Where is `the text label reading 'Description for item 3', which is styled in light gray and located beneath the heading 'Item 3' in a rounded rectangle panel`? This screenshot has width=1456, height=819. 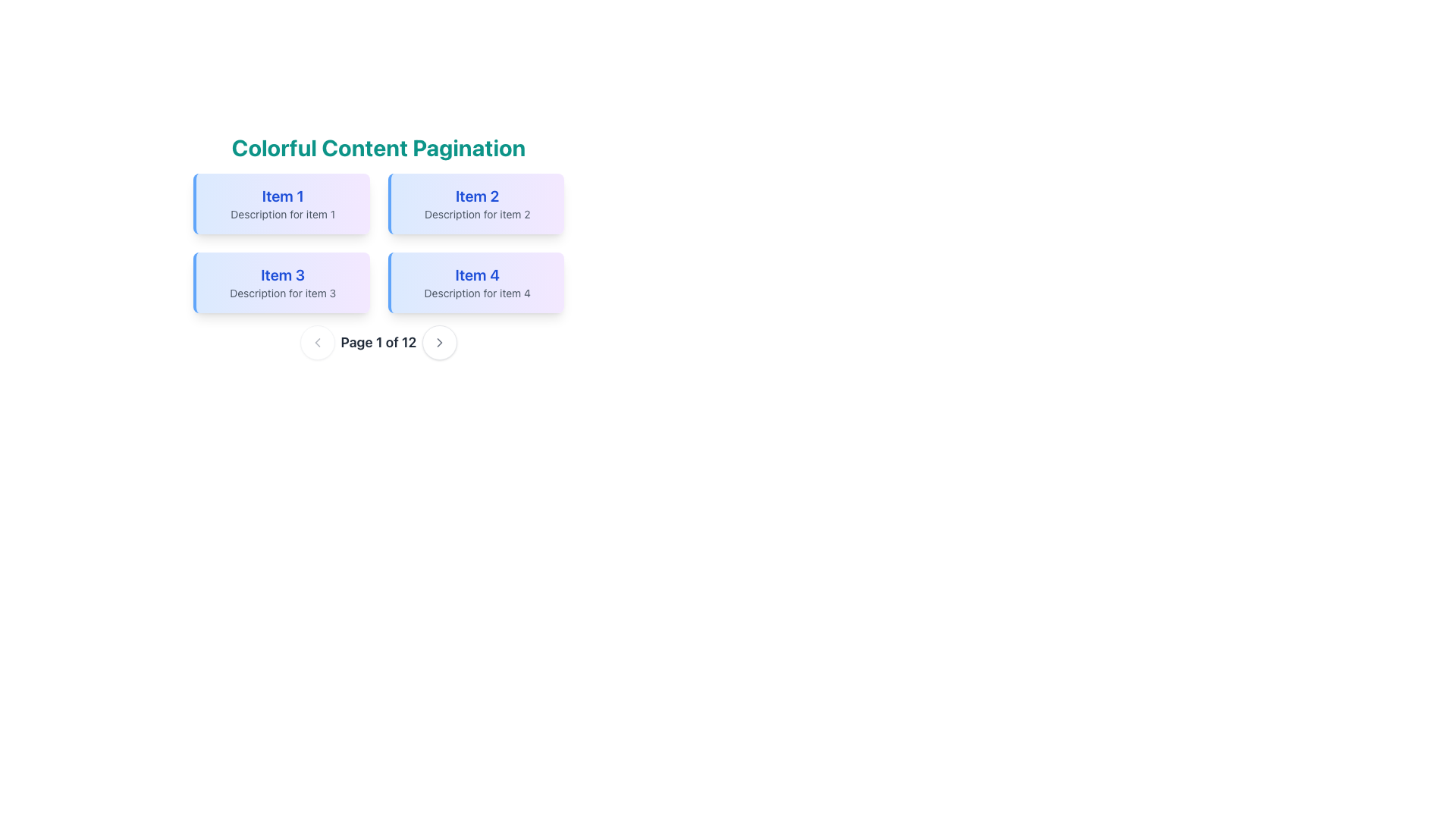 the text label reading 'Description for item 3', which is styled in light gray and located beneath the heading 'Item 3' in a rounded rectangle panel is located at coordinates (283, 293).